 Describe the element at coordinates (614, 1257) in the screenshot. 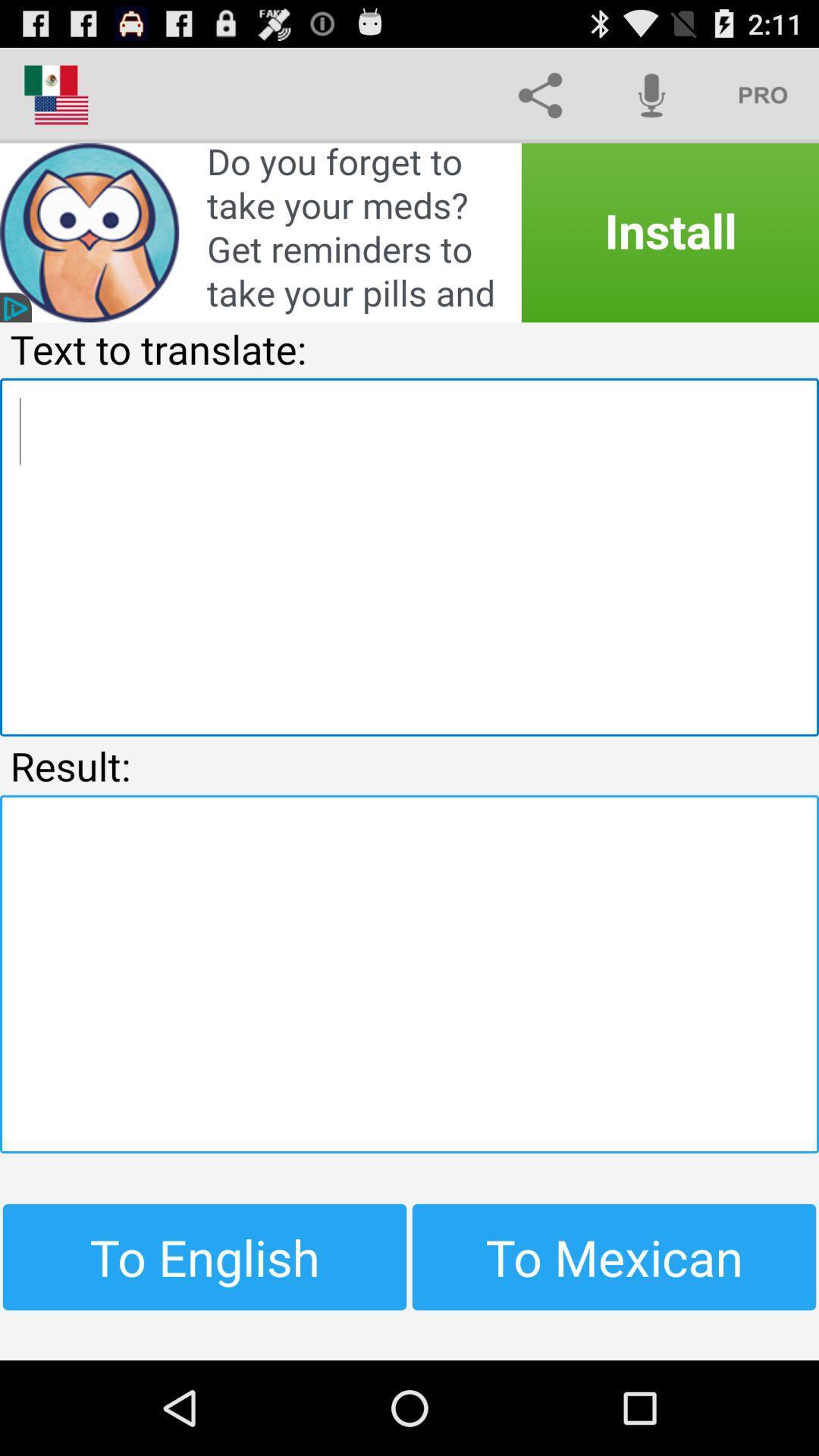

I see `the item next to to english` at that location.